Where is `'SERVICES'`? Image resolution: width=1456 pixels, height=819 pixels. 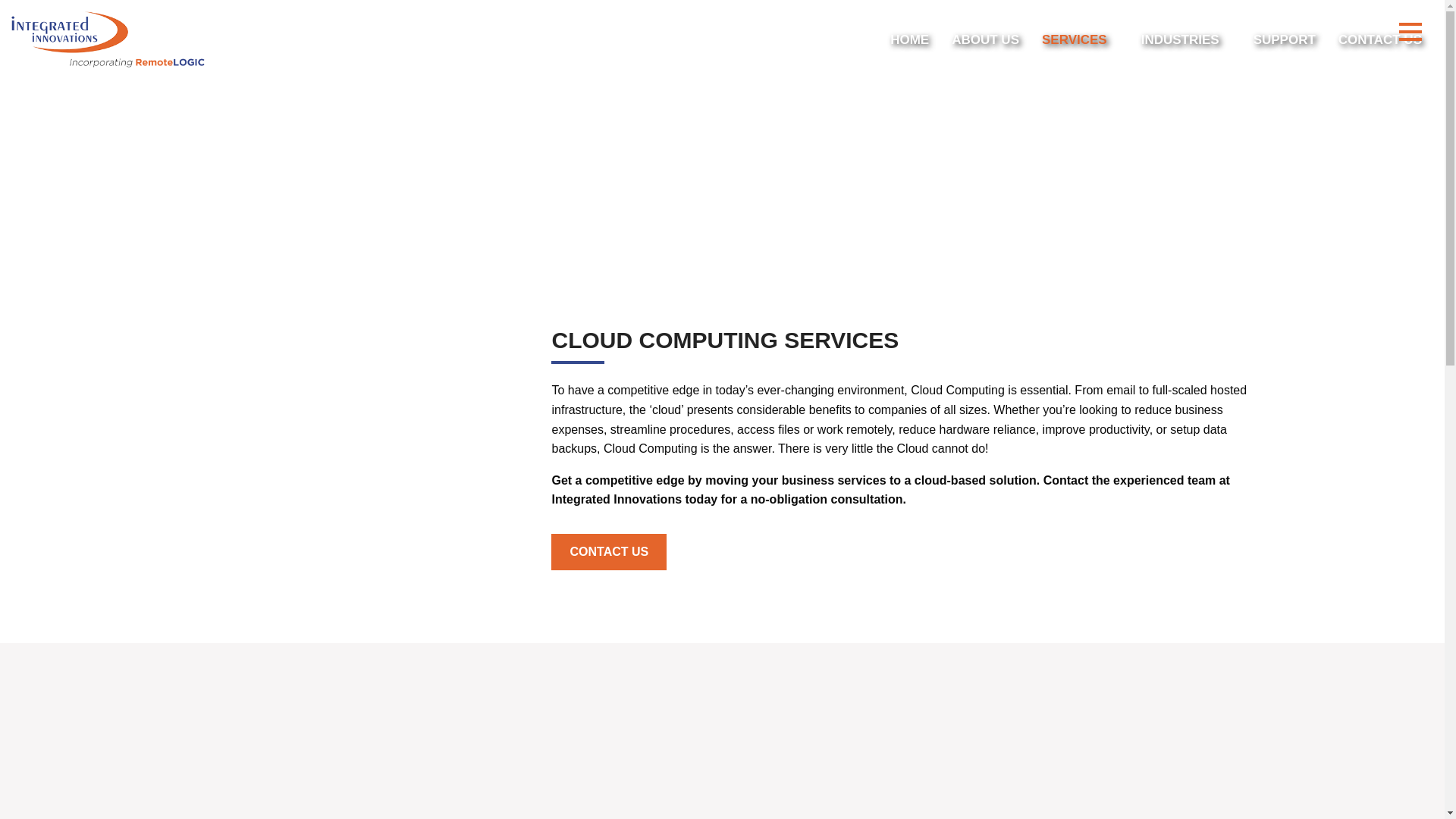
'SERVICES' is located at coordinates (1079, 38).